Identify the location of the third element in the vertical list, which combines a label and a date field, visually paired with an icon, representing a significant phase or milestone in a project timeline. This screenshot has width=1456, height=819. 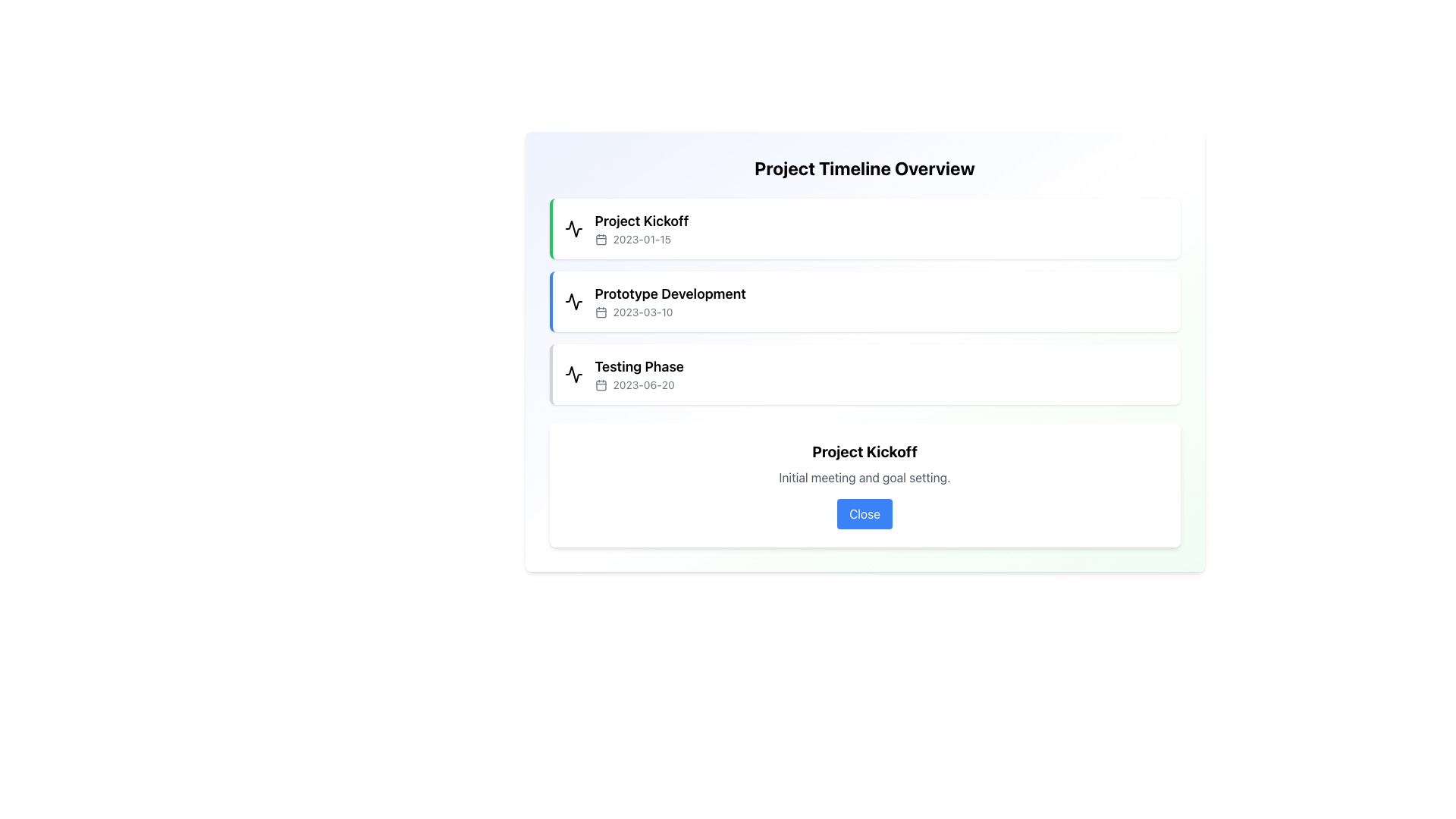
(639, 374).